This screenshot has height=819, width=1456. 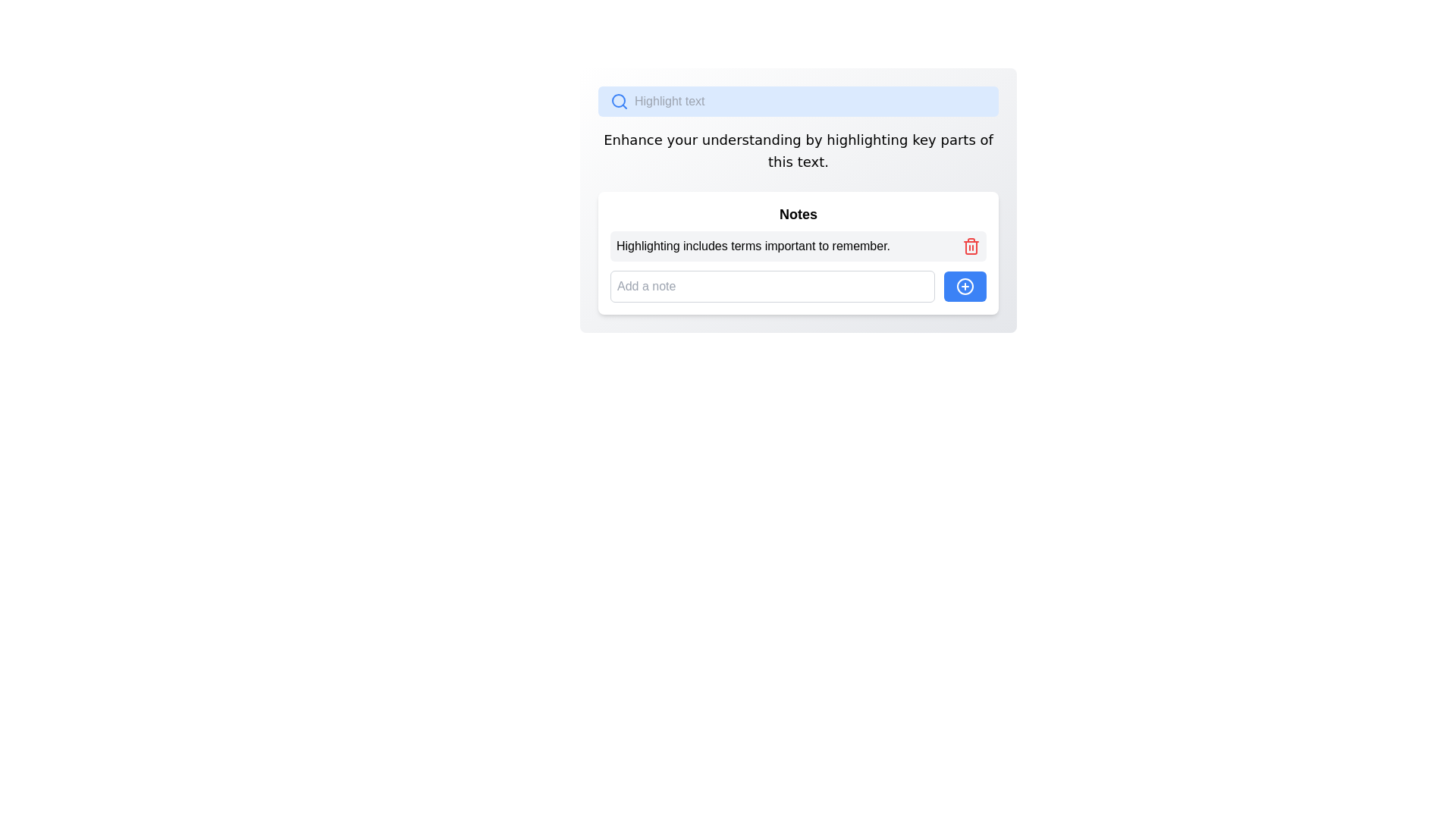 What do you see at coordinates (658, 140) in the screenshot?
I see `the last letter 'e' of the word 'Enhance' in the instructional text, which is part of the string 'Enhance your understanding by highlighting key parts of this text.'` at bounding box center [658, 140].